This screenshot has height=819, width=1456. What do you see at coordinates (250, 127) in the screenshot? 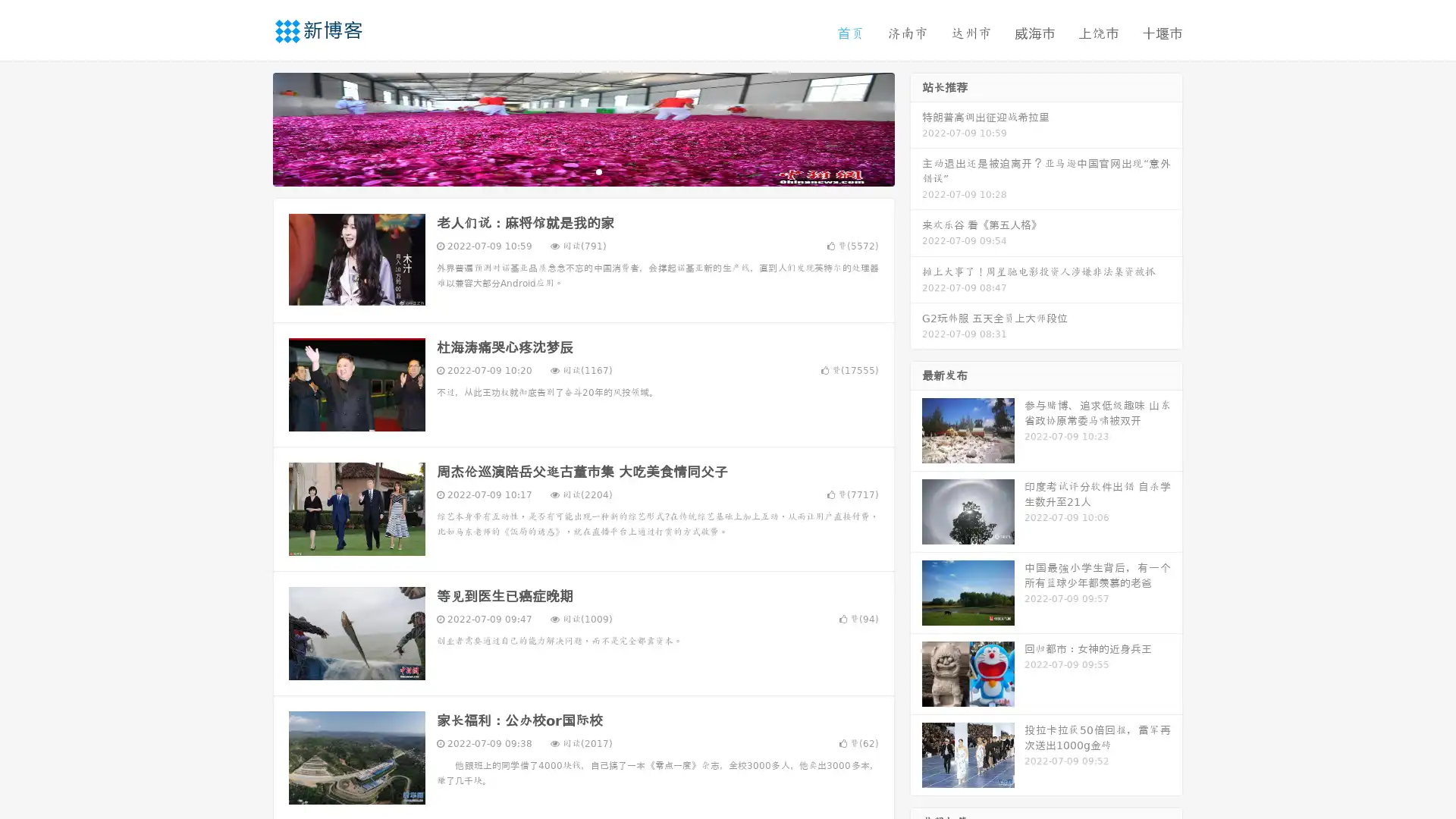
I see `Previous slide` at bounding box center [250, 127].